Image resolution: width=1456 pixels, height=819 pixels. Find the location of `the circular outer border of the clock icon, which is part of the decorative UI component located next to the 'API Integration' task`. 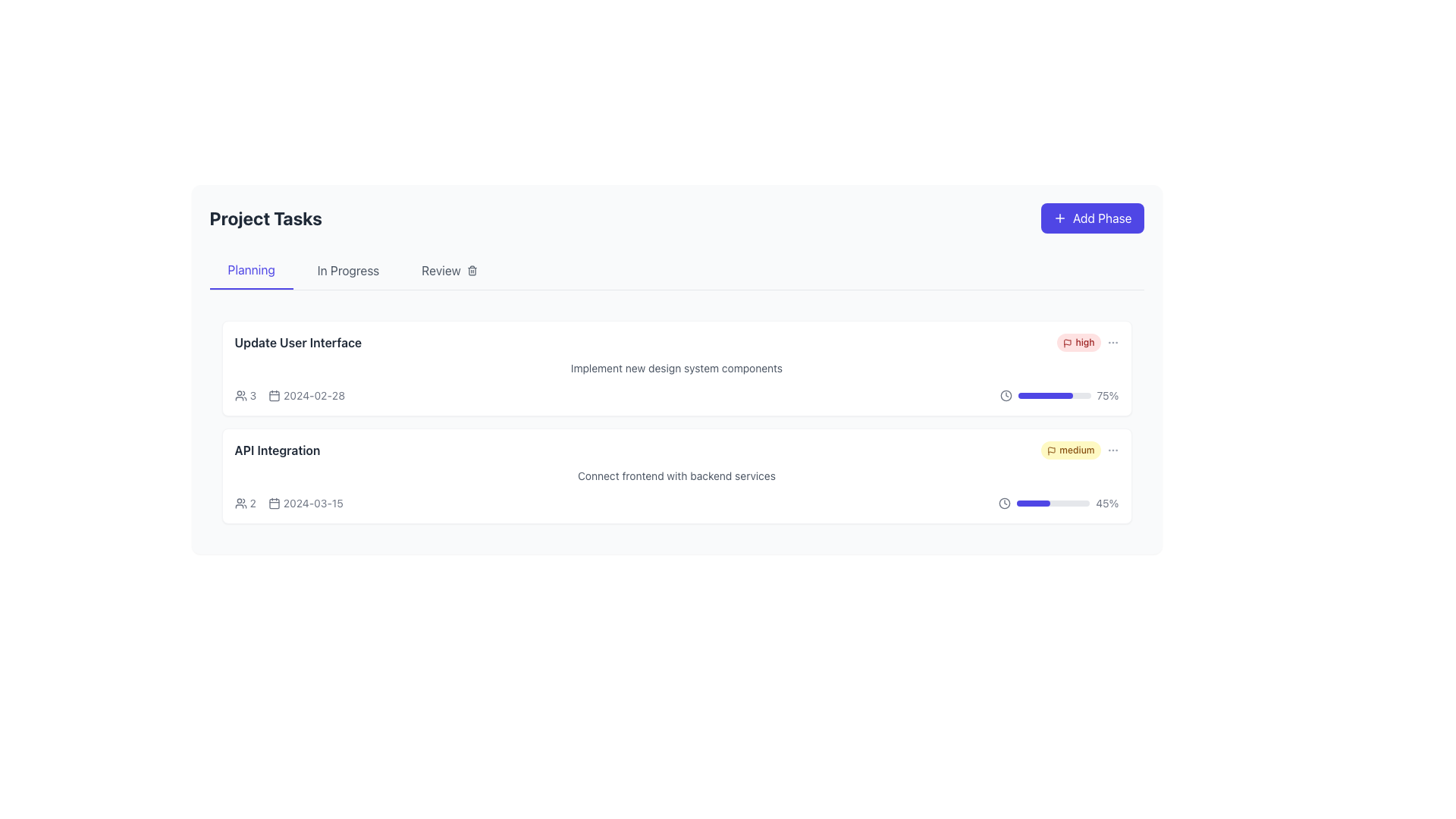

the circular outer border of the clock icon, which is part of the decorative UI component located next to the 'API Integration' task is located at coordinates (1006, 394).